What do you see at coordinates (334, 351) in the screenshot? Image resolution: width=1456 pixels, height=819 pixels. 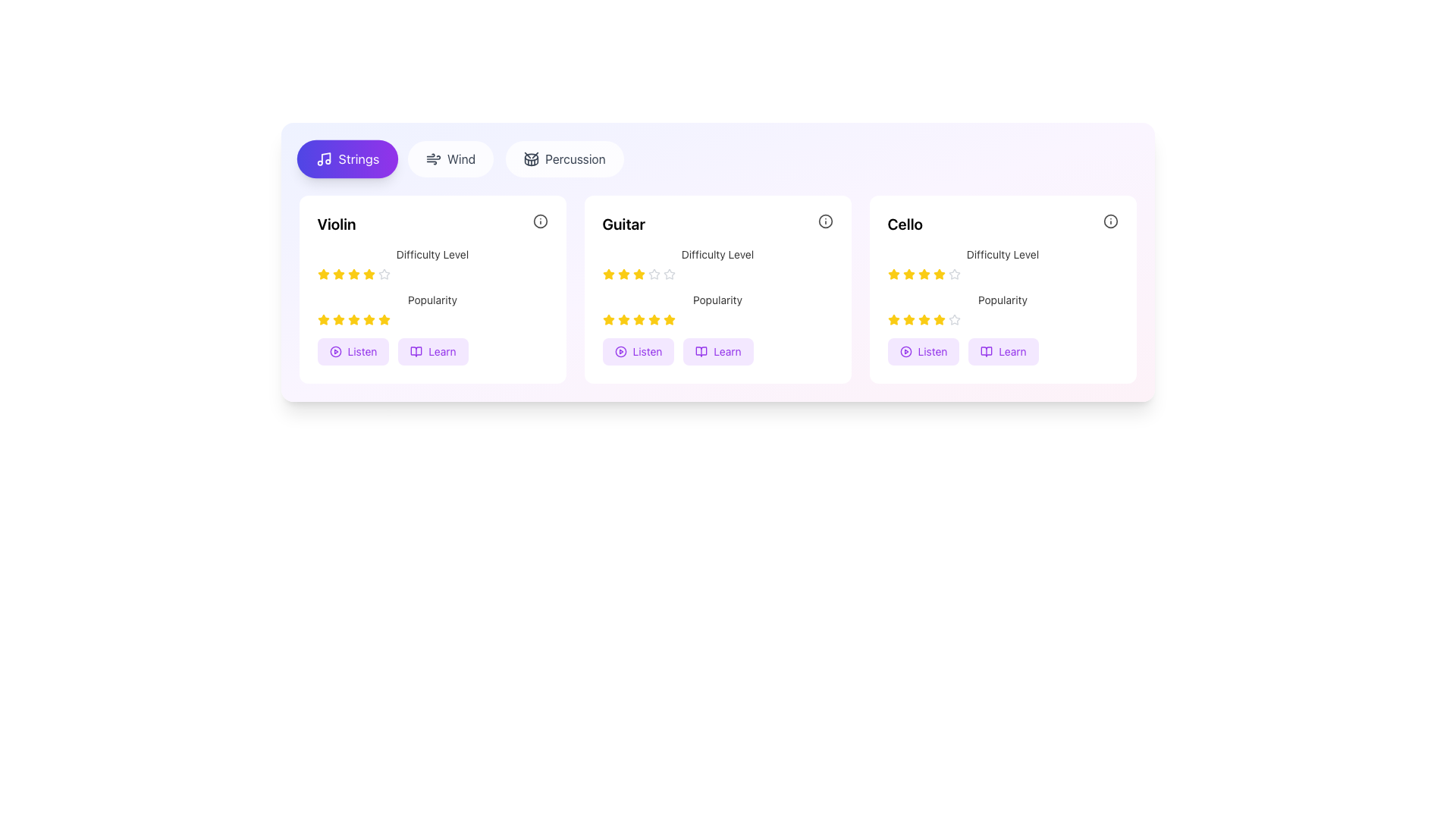 I see `the Icon Button (Play) located in the bottom-left of the 'Violin' card, to the left of the 'Listen' text label, to prompt a tooltip or animation` at bounding box center [334, 351].